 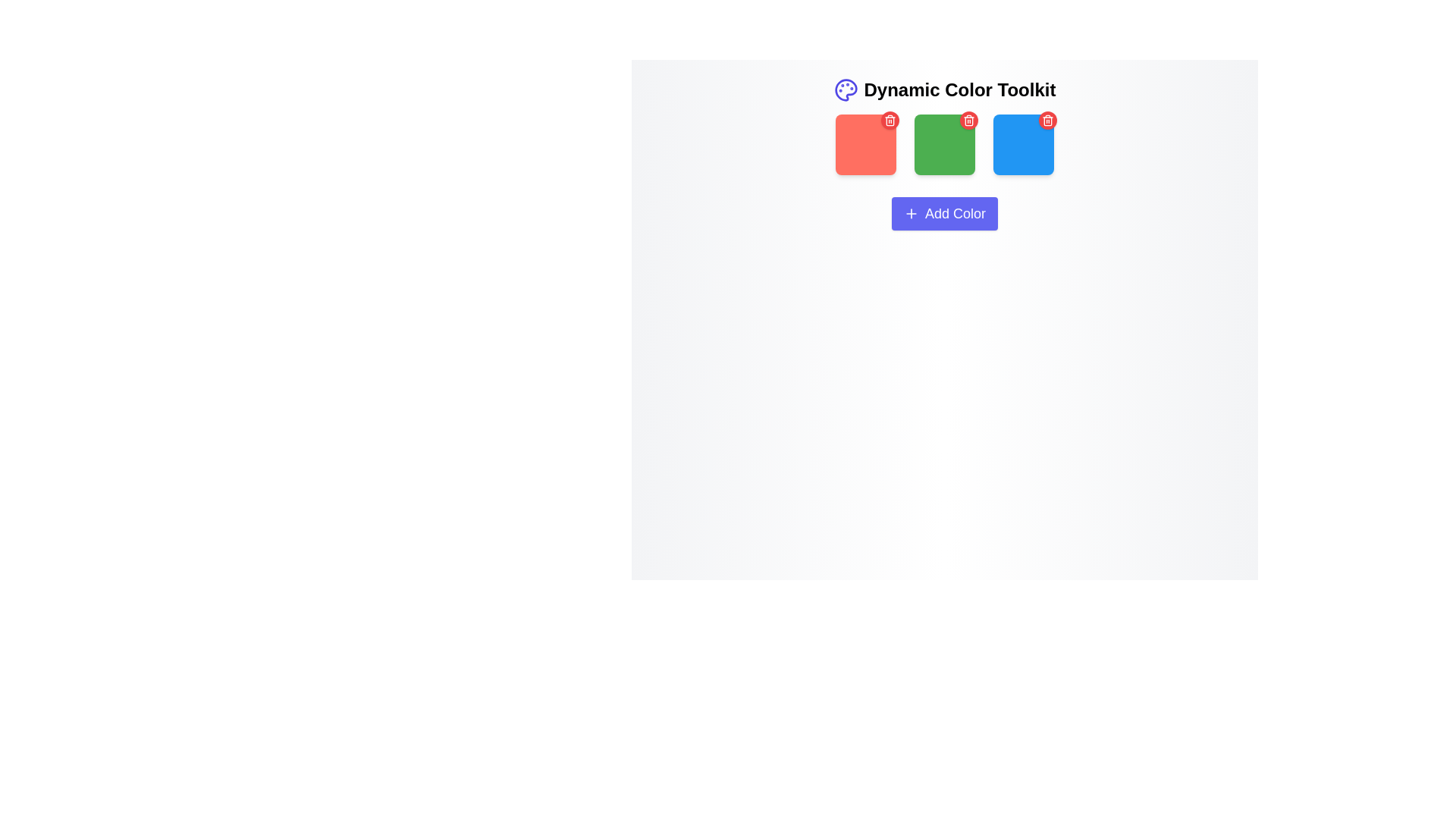 I want to click on the main body of the trash can icon represented as a rectangular shape with slight curves, located at the top right corner of the green square, so click(x=968, y=120).